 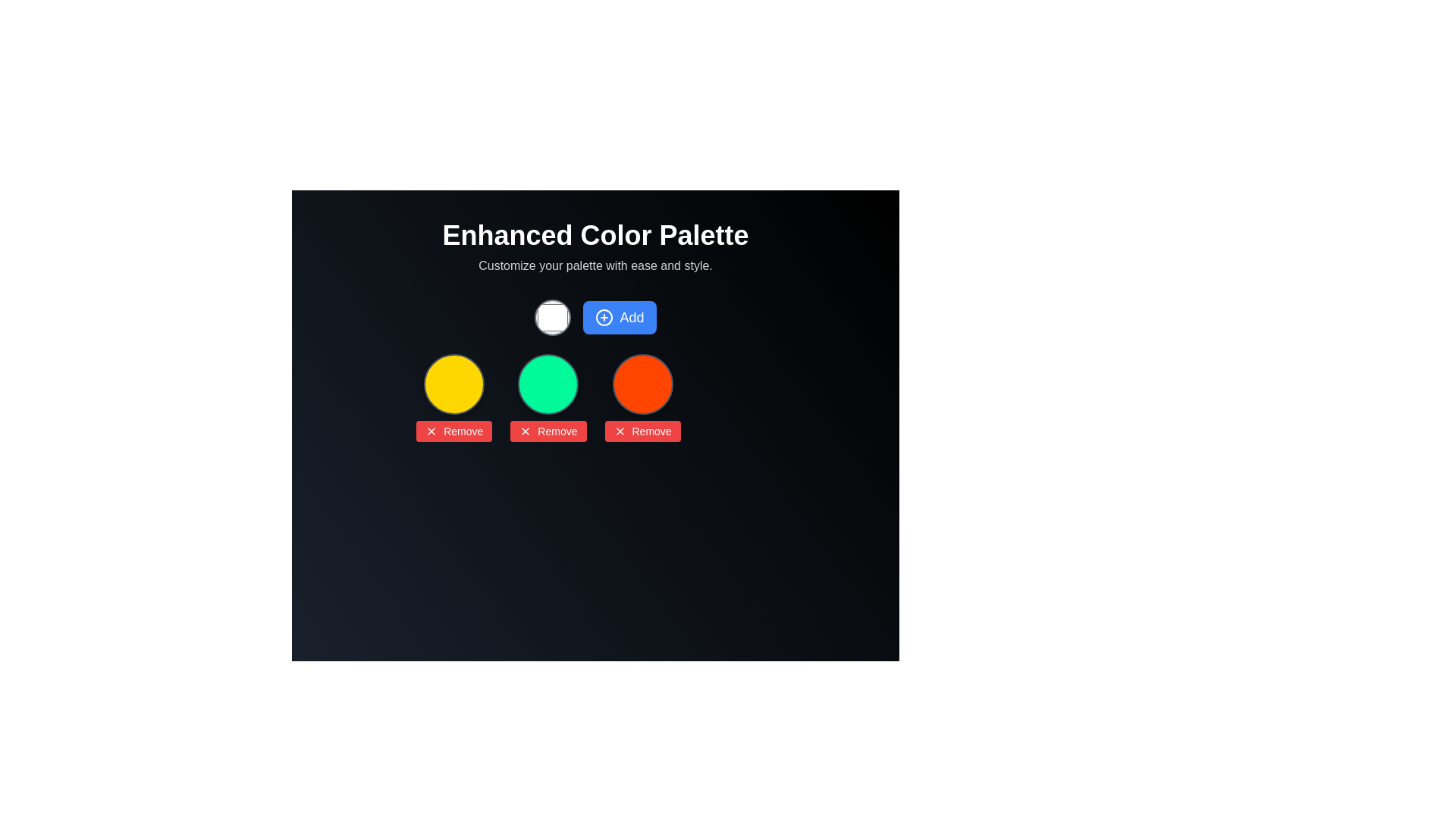 What do you see at coordinates (595, 317) in the screenshot?
I see `the circular color preview on the left side of the Composite UI containing a blue 'Add' button to interact with it` at bounding box center [595, 317].